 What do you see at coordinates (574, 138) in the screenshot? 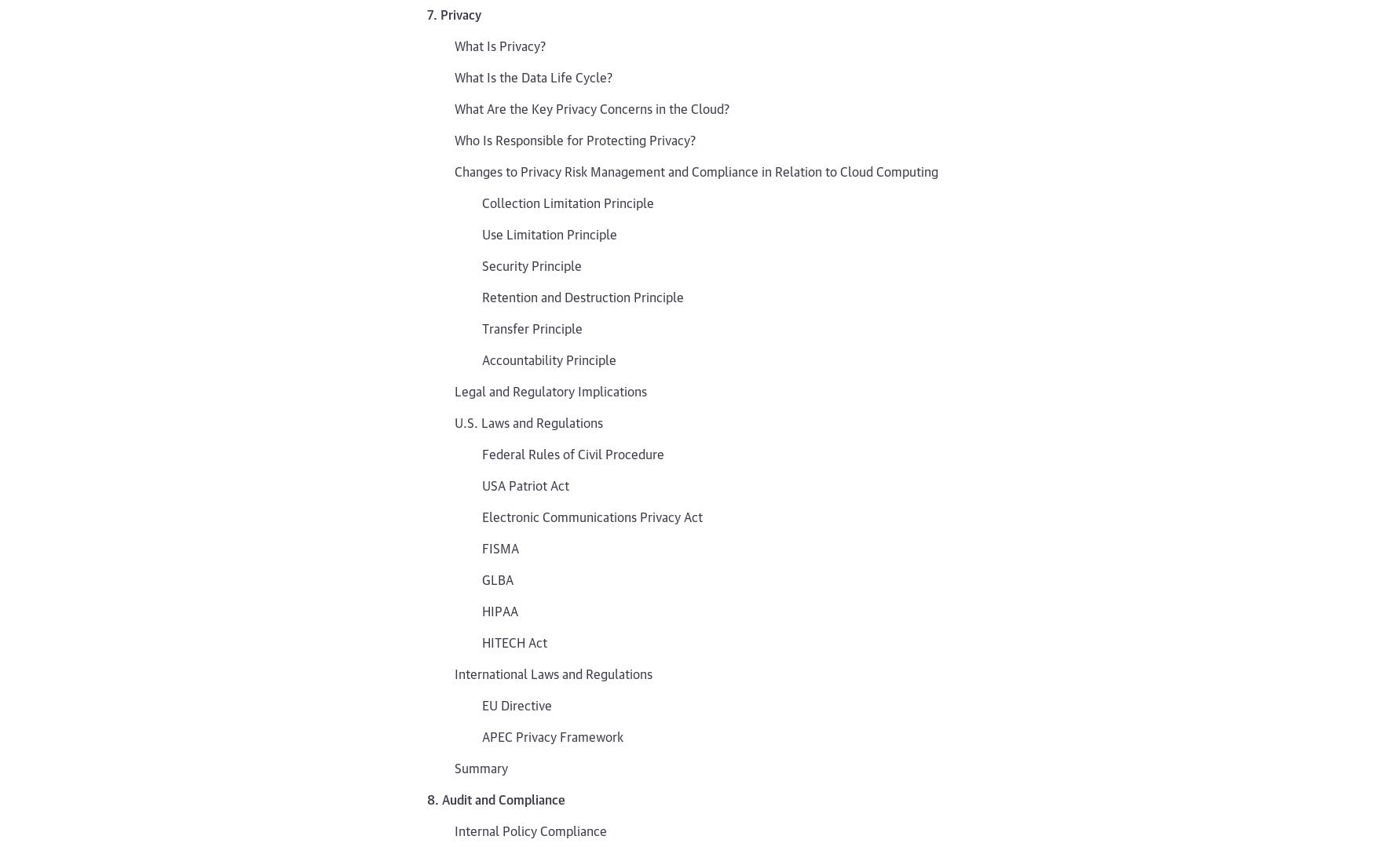
I see `'Who Is Responsible for Protecting Privacy?'` at bounding box center [574, 138].